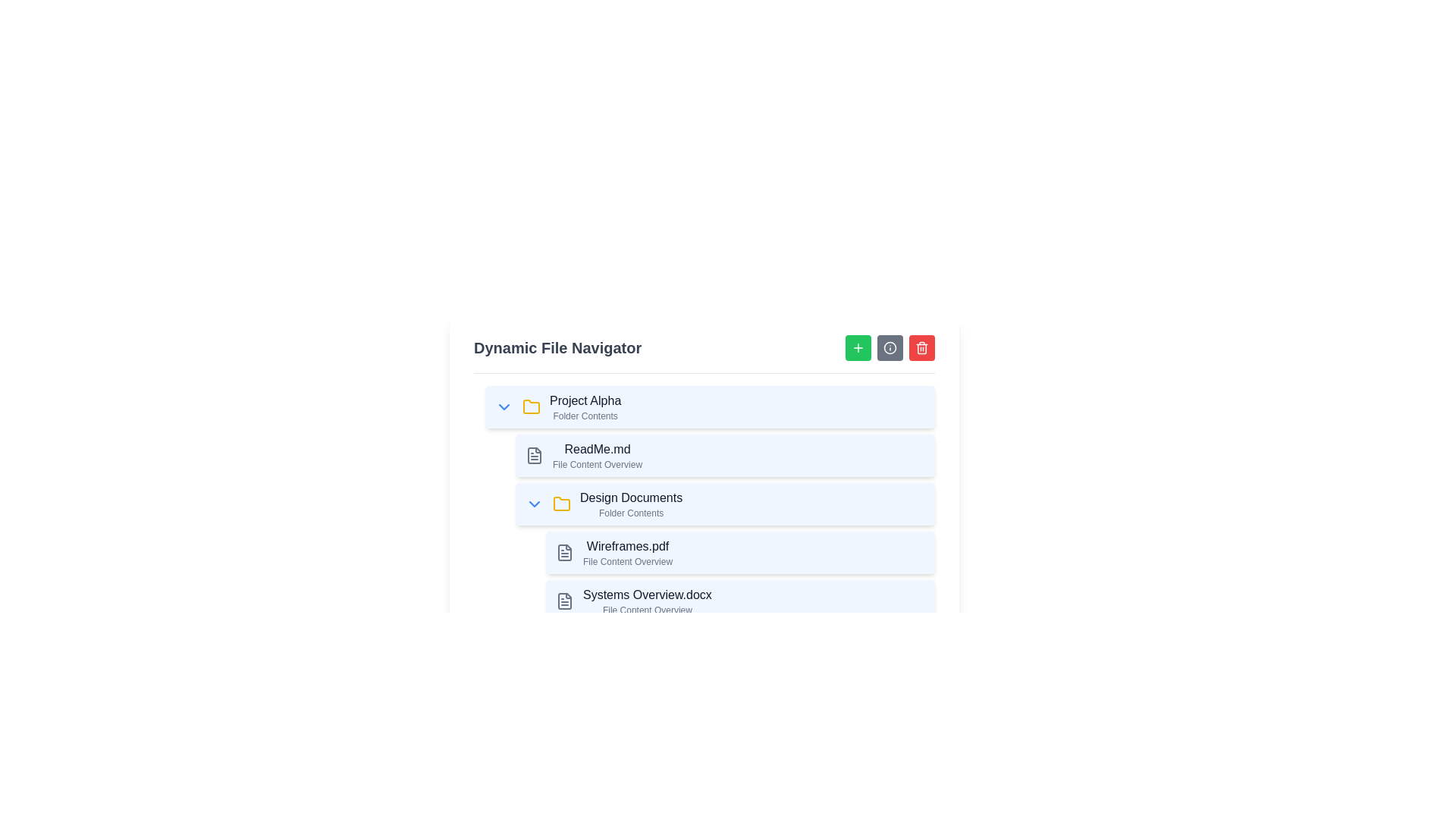 The width and height of the screenshot is (1456, 819). What do you see at coordinates (921, 348) in the screenshot?
I see `the red delete button with a white trash can icon` at bounding box center [921, 348].